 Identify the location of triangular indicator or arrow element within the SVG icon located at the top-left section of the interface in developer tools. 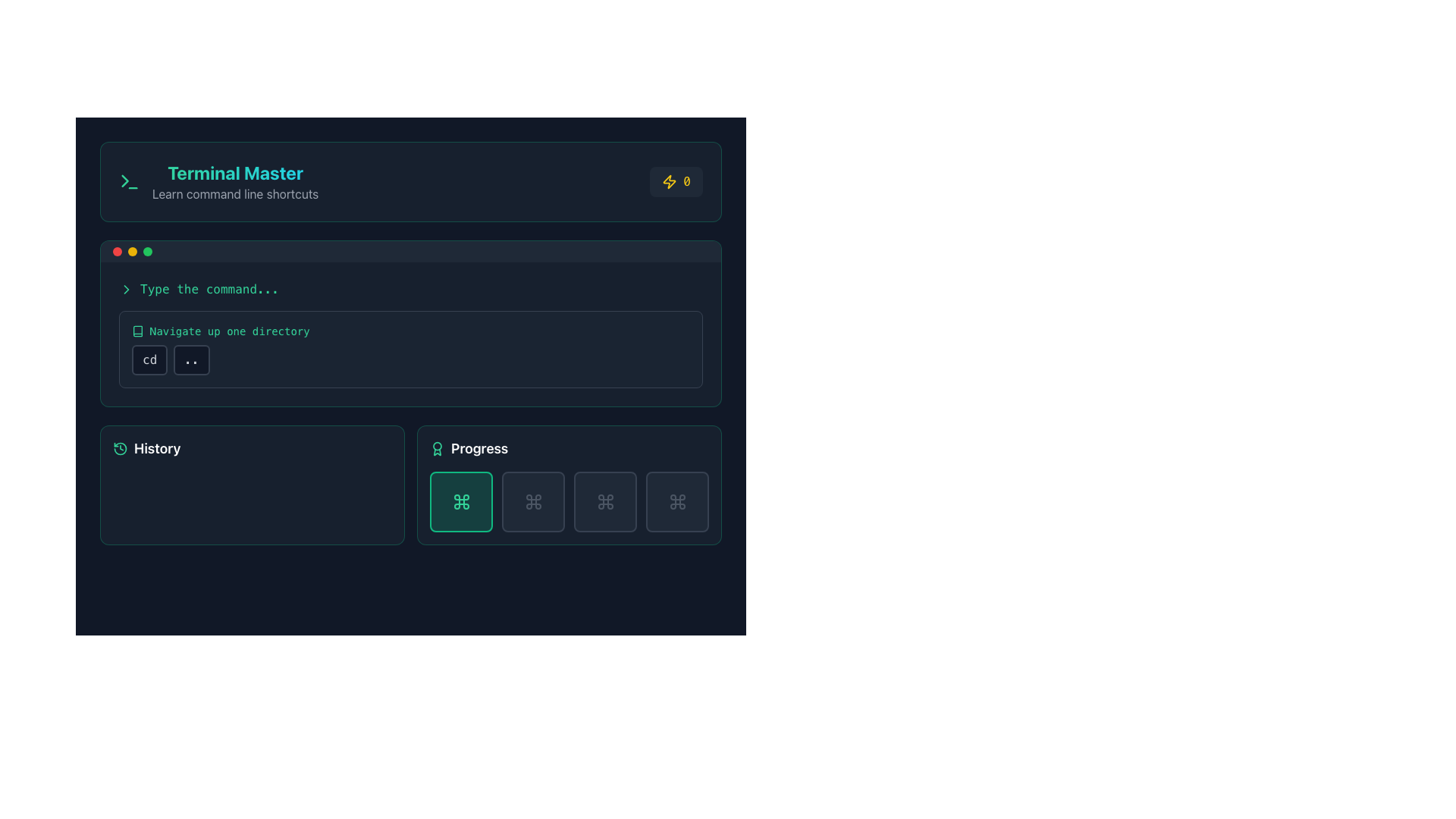
(125, 180).